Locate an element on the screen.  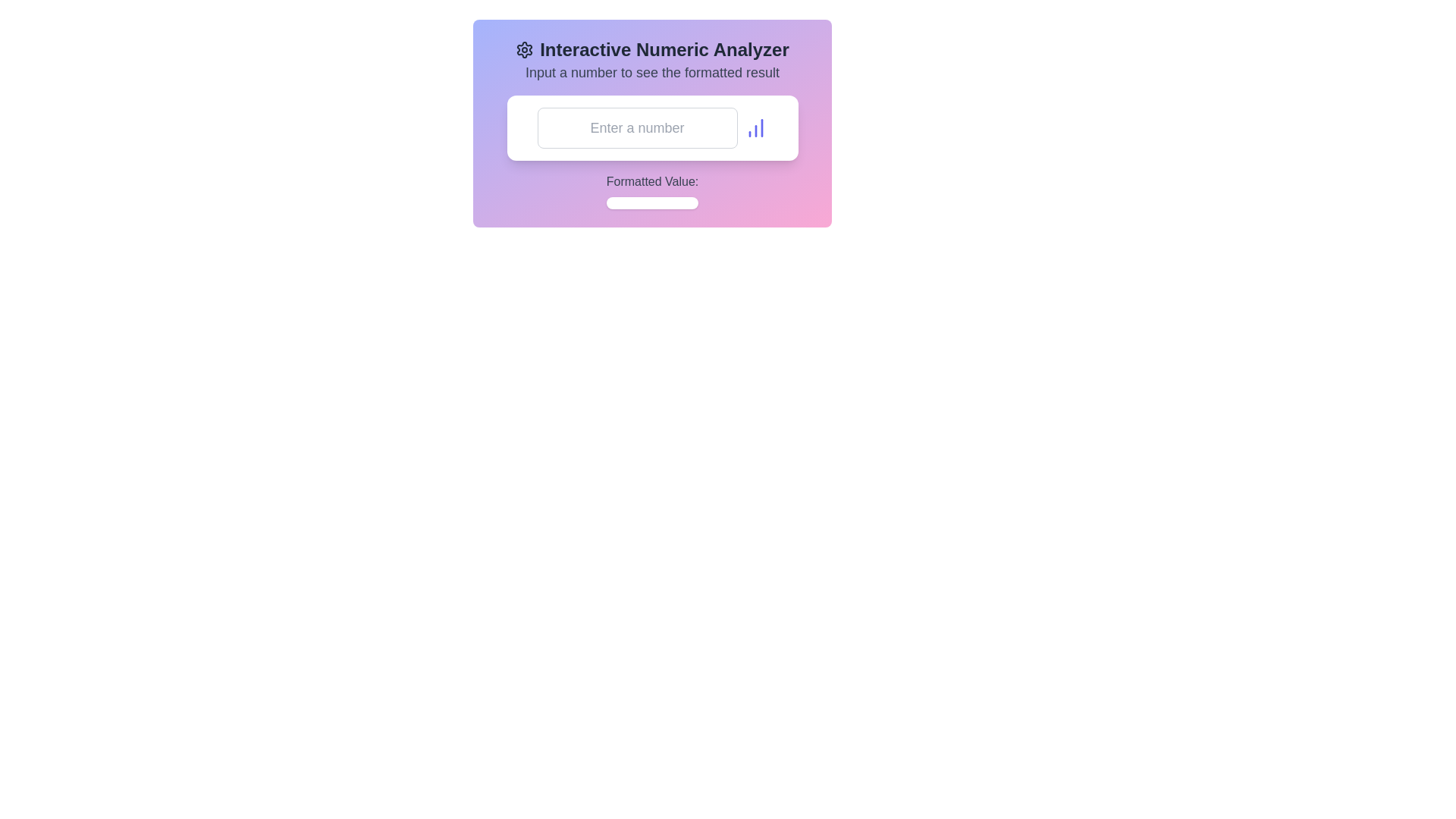
the gear-shaped icon element that represents settings or configuration actions, located near the top of the interface, to the left of the title text 'Interactive Numeric Analyzer' is located at coordinates (525, 49).